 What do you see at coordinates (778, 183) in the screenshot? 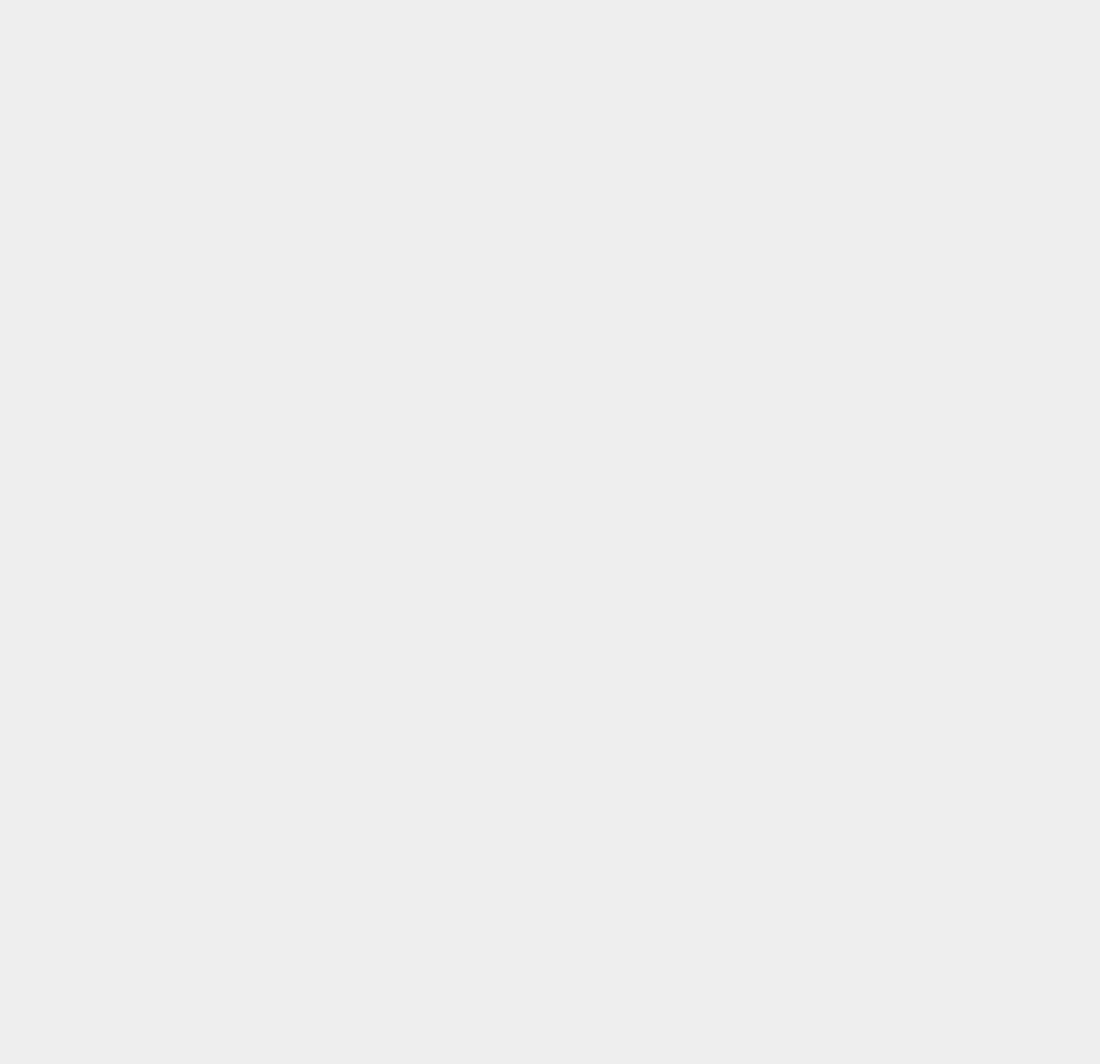
I see `'iPhone 3G'` at bounding box center [778, 183].